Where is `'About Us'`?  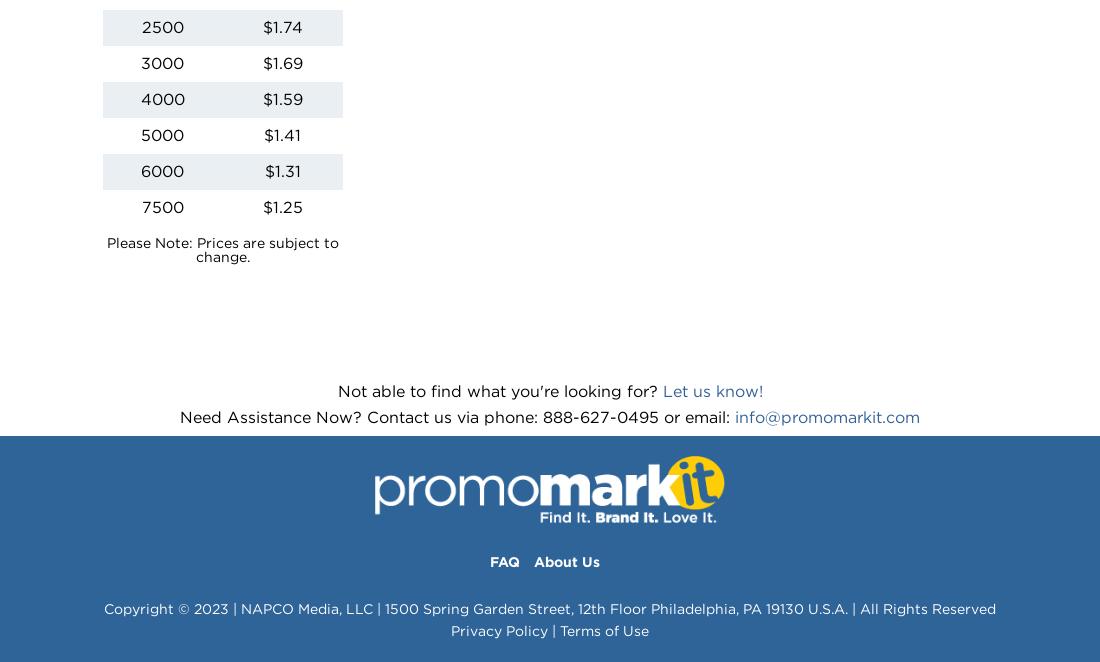 'About Us' is located at coordinates (566, 561).